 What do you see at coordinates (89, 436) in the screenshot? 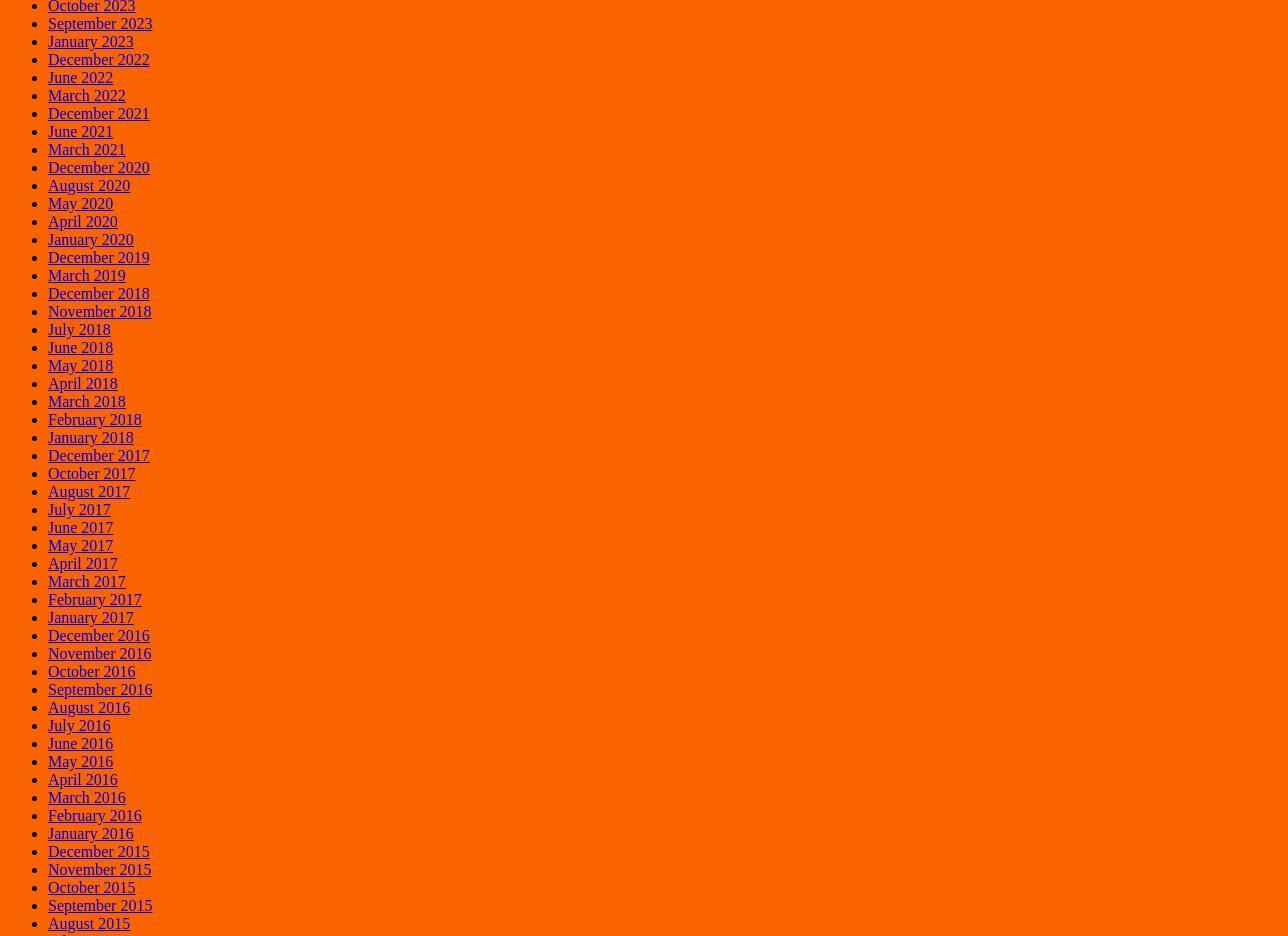
I see `'January 2018'` at bounding box center [89, 436].